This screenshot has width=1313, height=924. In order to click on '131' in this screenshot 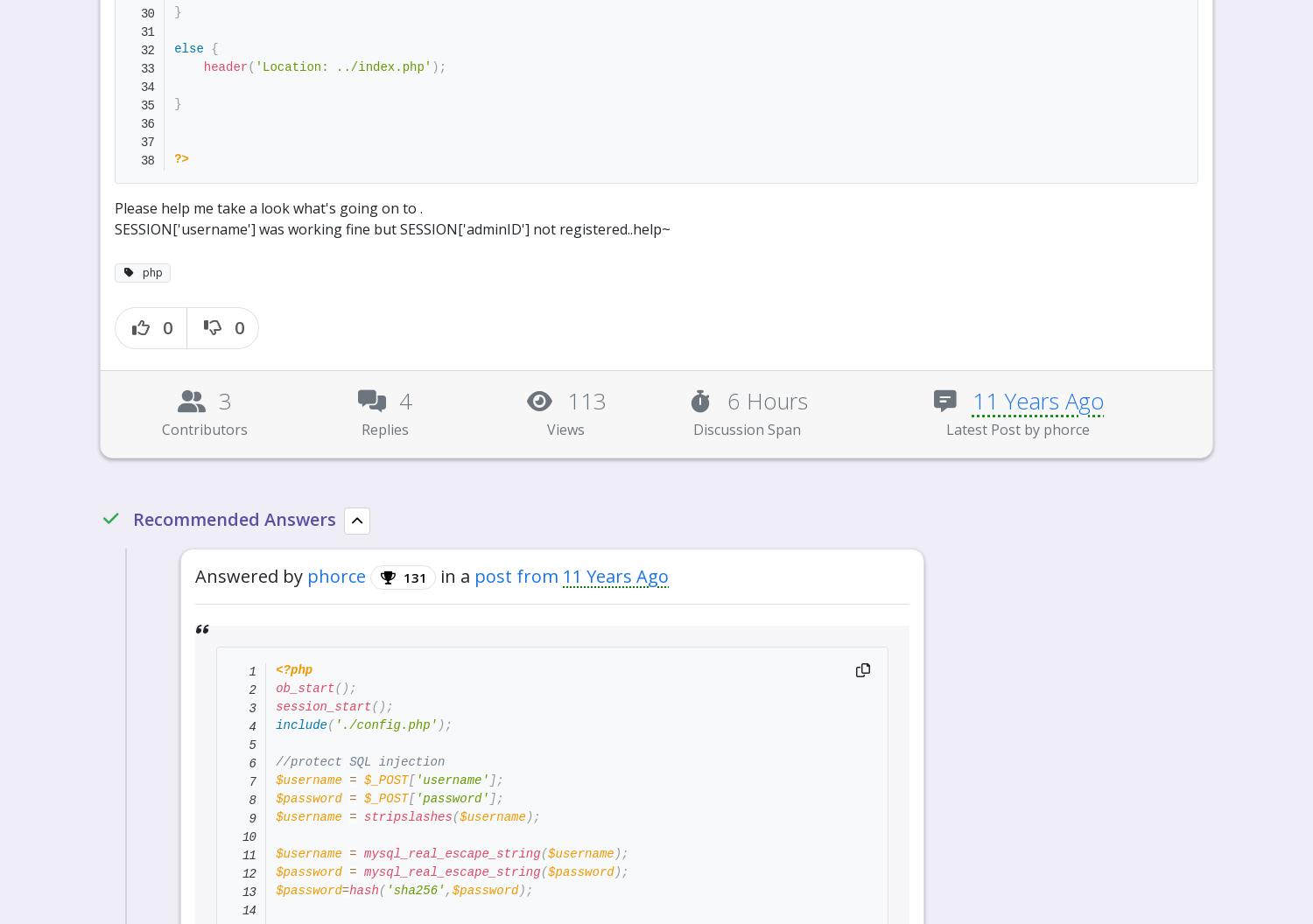, I will do `click(289, 25)`.